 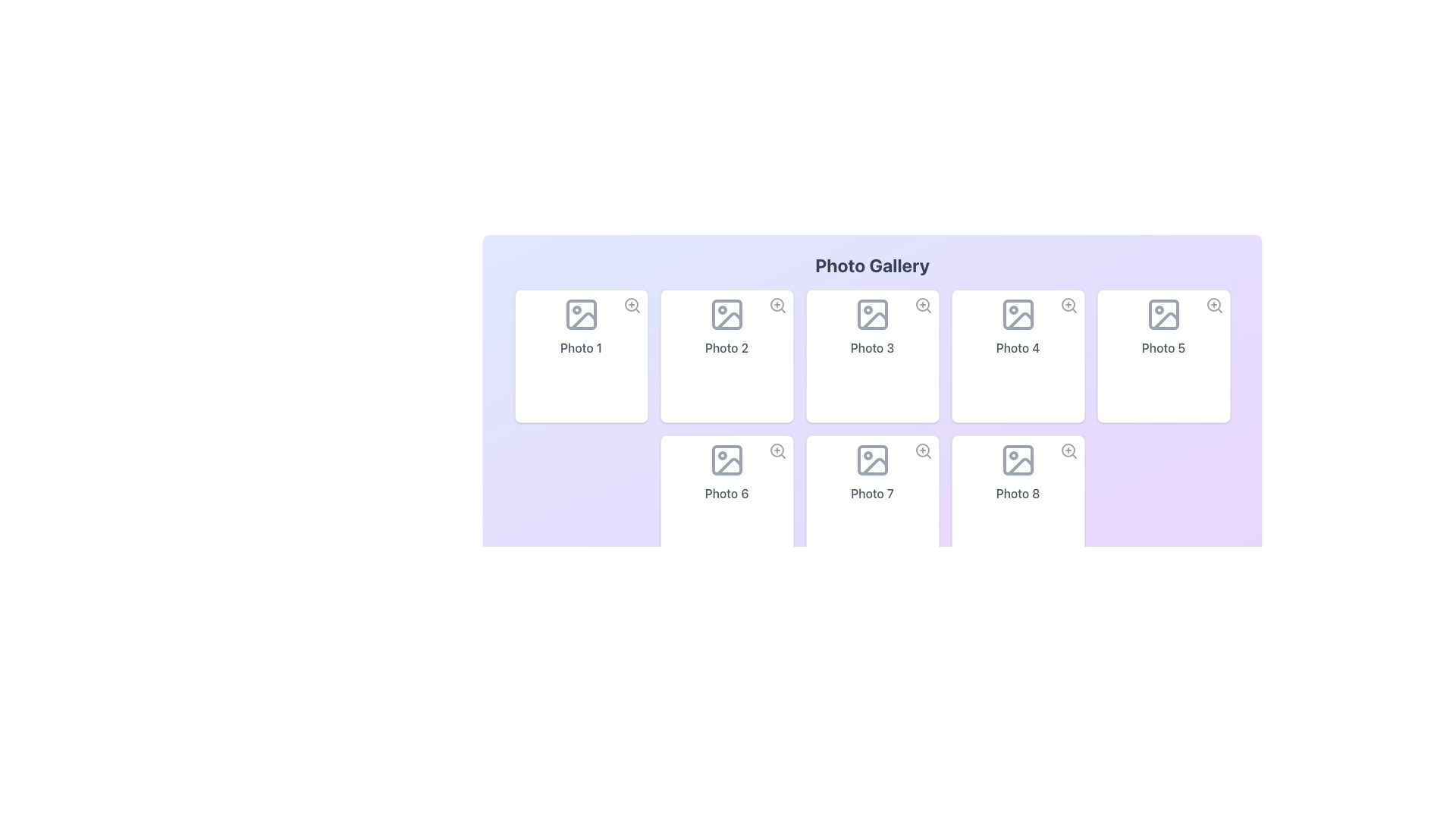 I want to click on the icon representing a photo, which is located in the card labeled 'Photo 2' in the gallery layout, positioned at the top of the card above the label text, so click(x=726, y=314).